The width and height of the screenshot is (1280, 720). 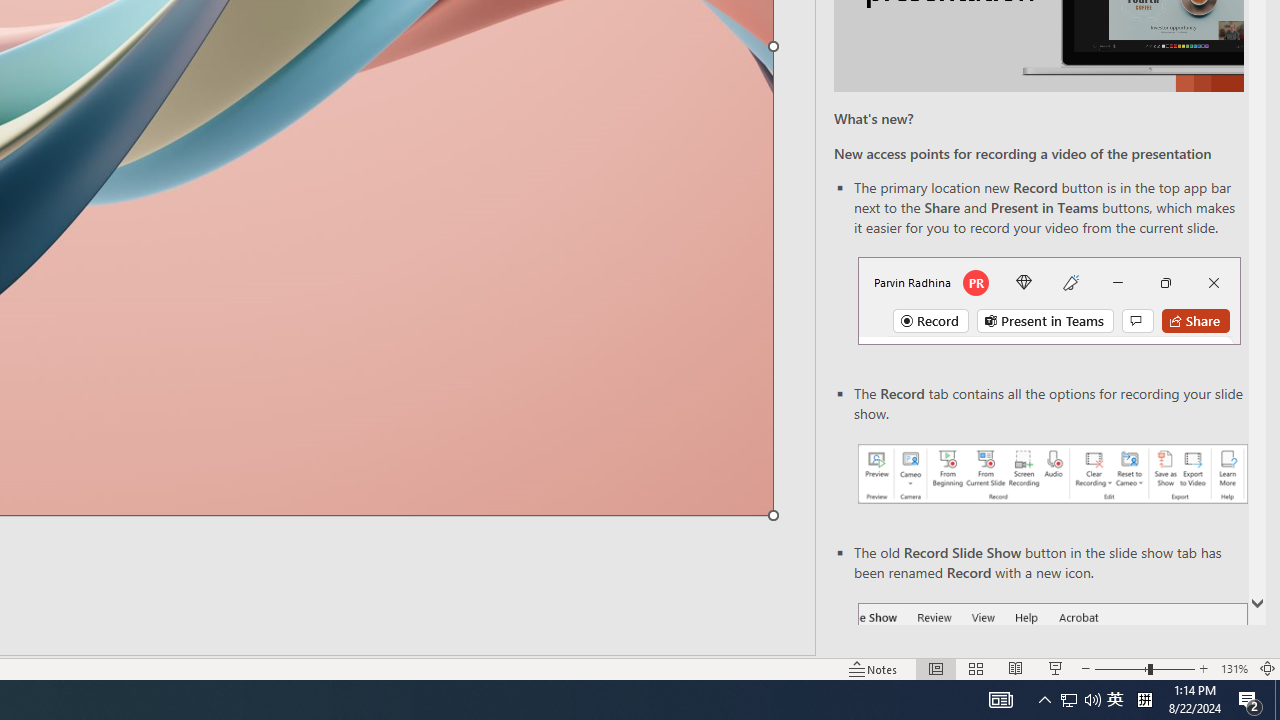 What do you see at coordinates (976, 669) in the screenshot?
I see `'Slide Sorter'` at bounding box center [976, 669].